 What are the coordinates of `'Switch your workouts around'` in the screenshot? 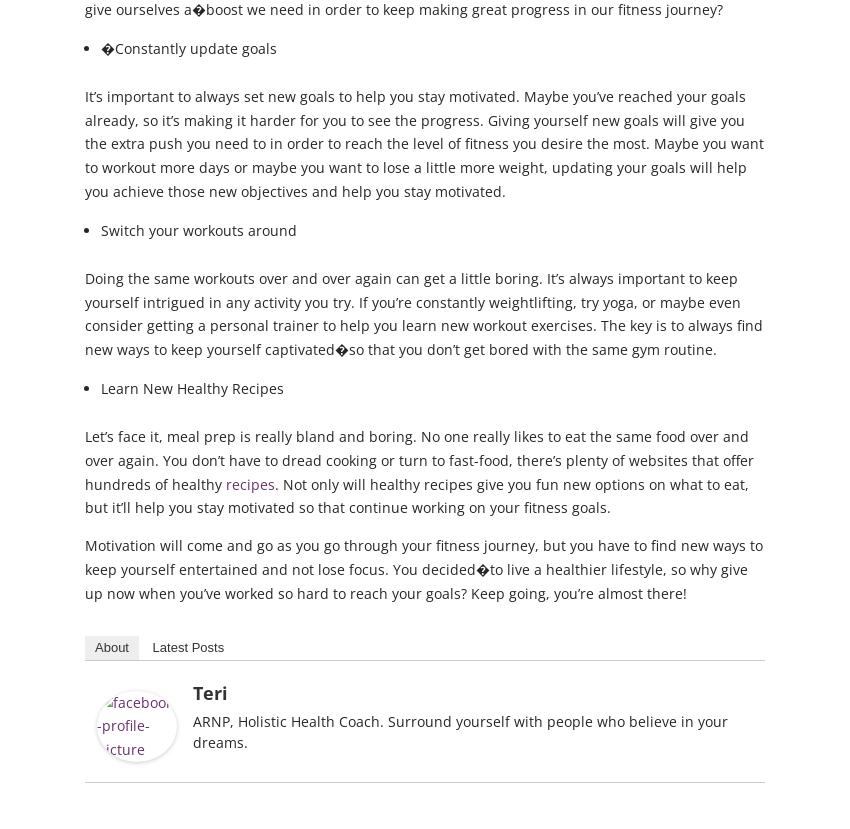 It's located at (99, 229).